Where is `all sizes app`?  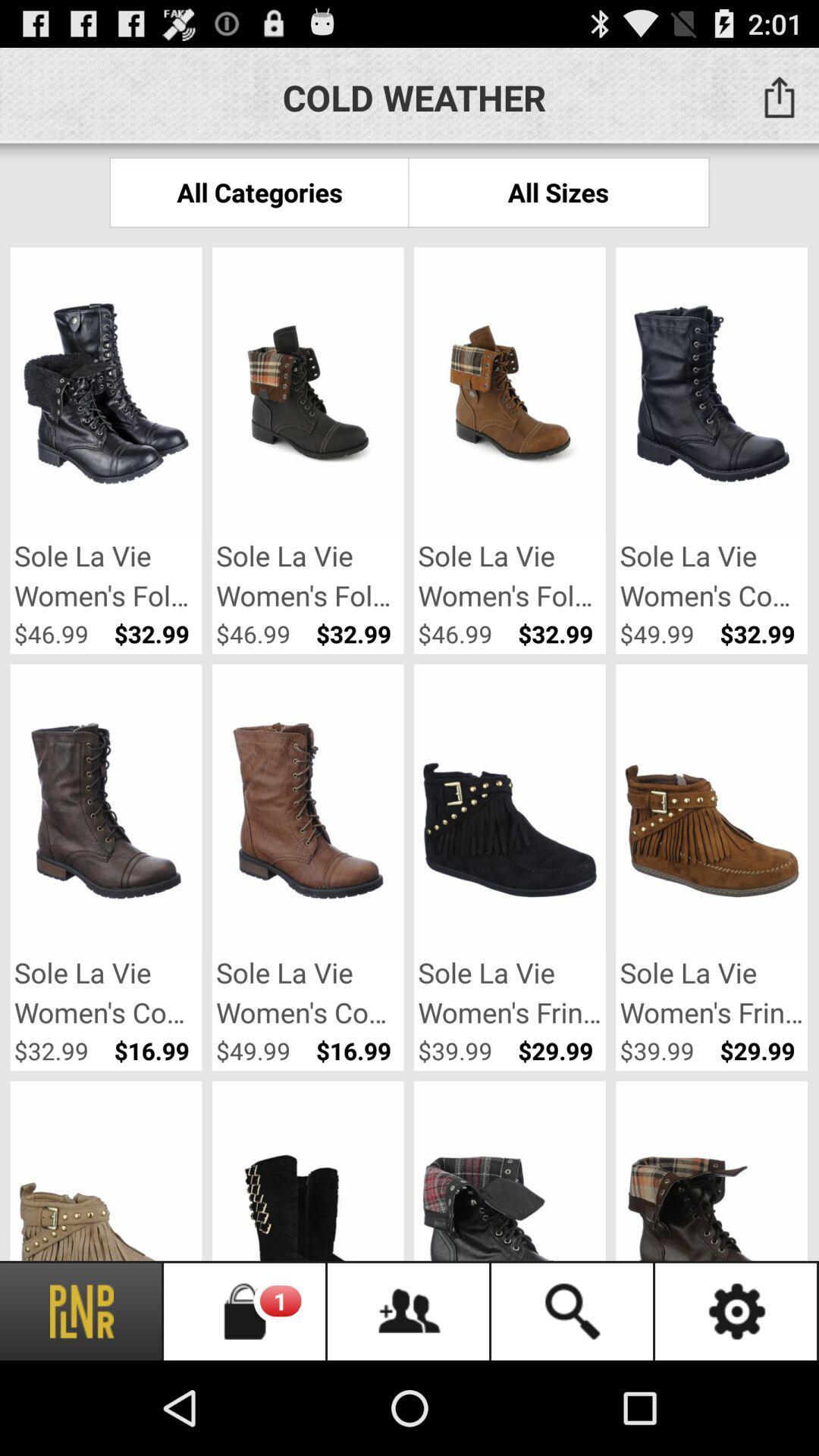 all sizes app is located at coordinates (558, 191).